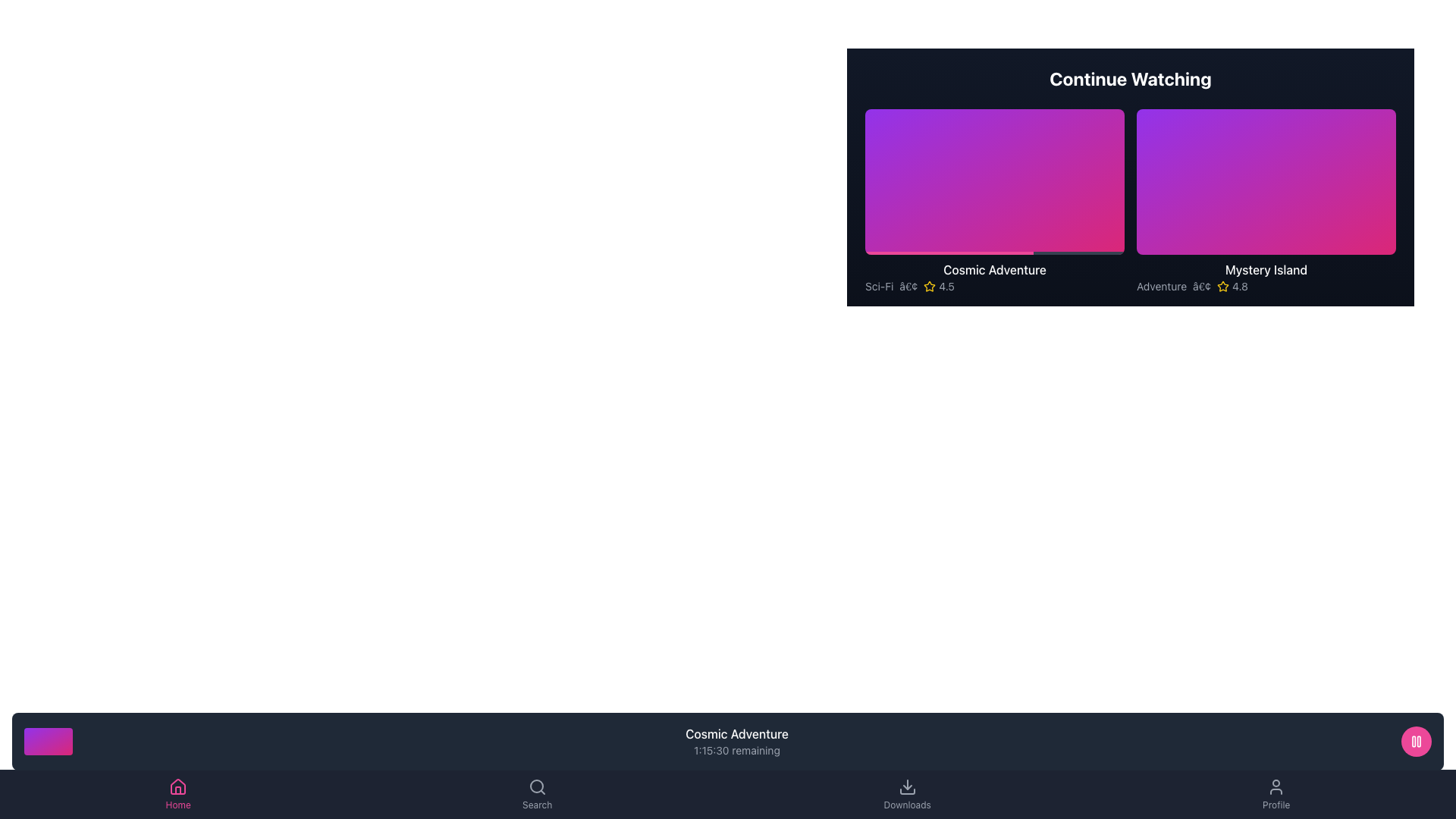 This screenshot has height=819, width=1456. What do you see at coordinates (537, 794) in the screenshot?
I see `the navigation button located` at bounding box center [537, 794].